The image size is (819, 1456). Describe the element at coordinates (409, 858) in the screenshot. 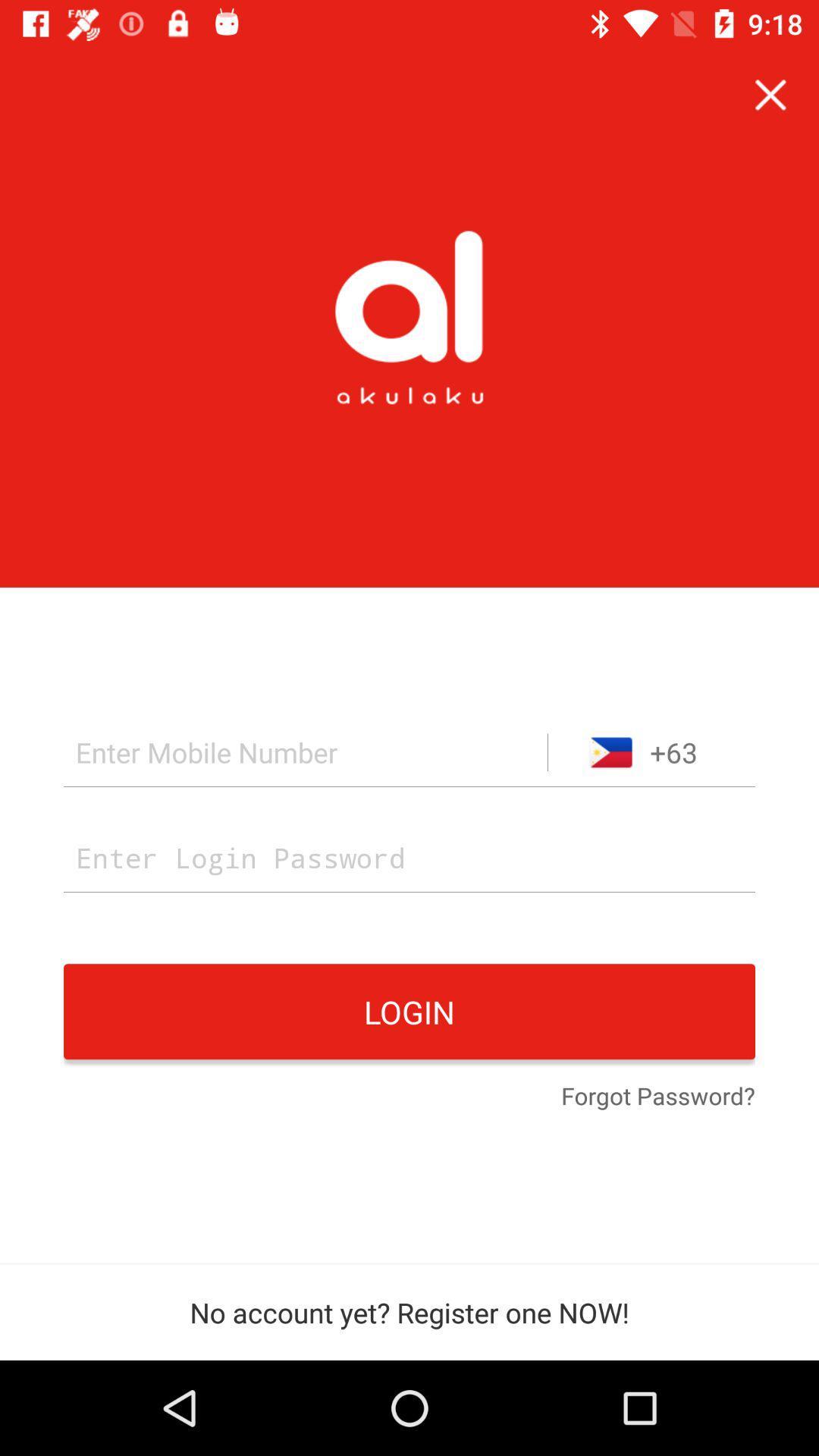

I see `your password` at that location.